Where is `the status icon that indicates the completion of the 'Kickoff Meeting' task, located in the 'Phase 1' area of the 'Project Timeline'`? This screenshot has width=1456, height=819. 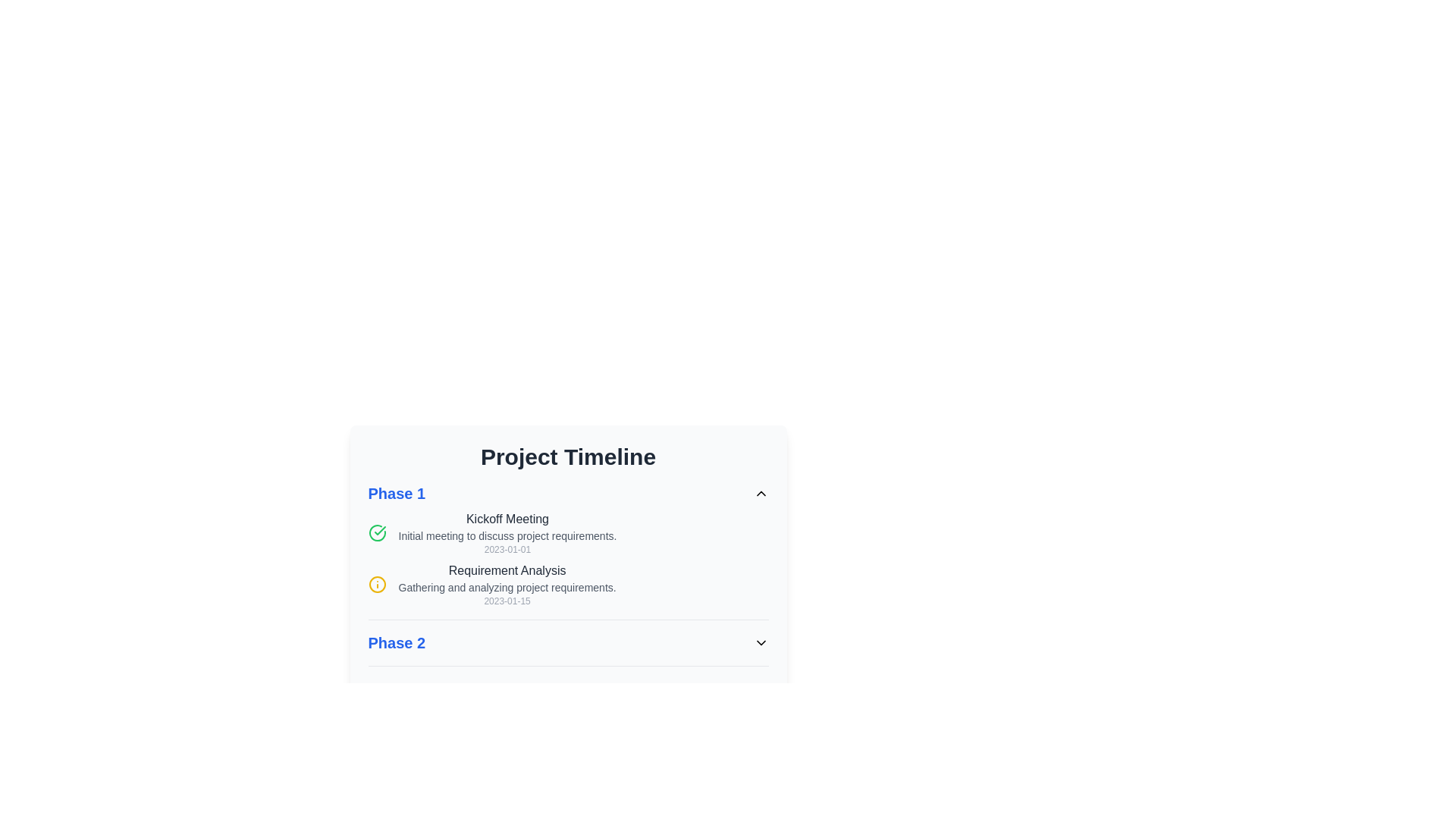
the status icon that indicates the completion of the 'Kickoff Meeting' task, located in the 'Phase 1' area of the 'Project Timeline' is located at coordinates (379, 529).